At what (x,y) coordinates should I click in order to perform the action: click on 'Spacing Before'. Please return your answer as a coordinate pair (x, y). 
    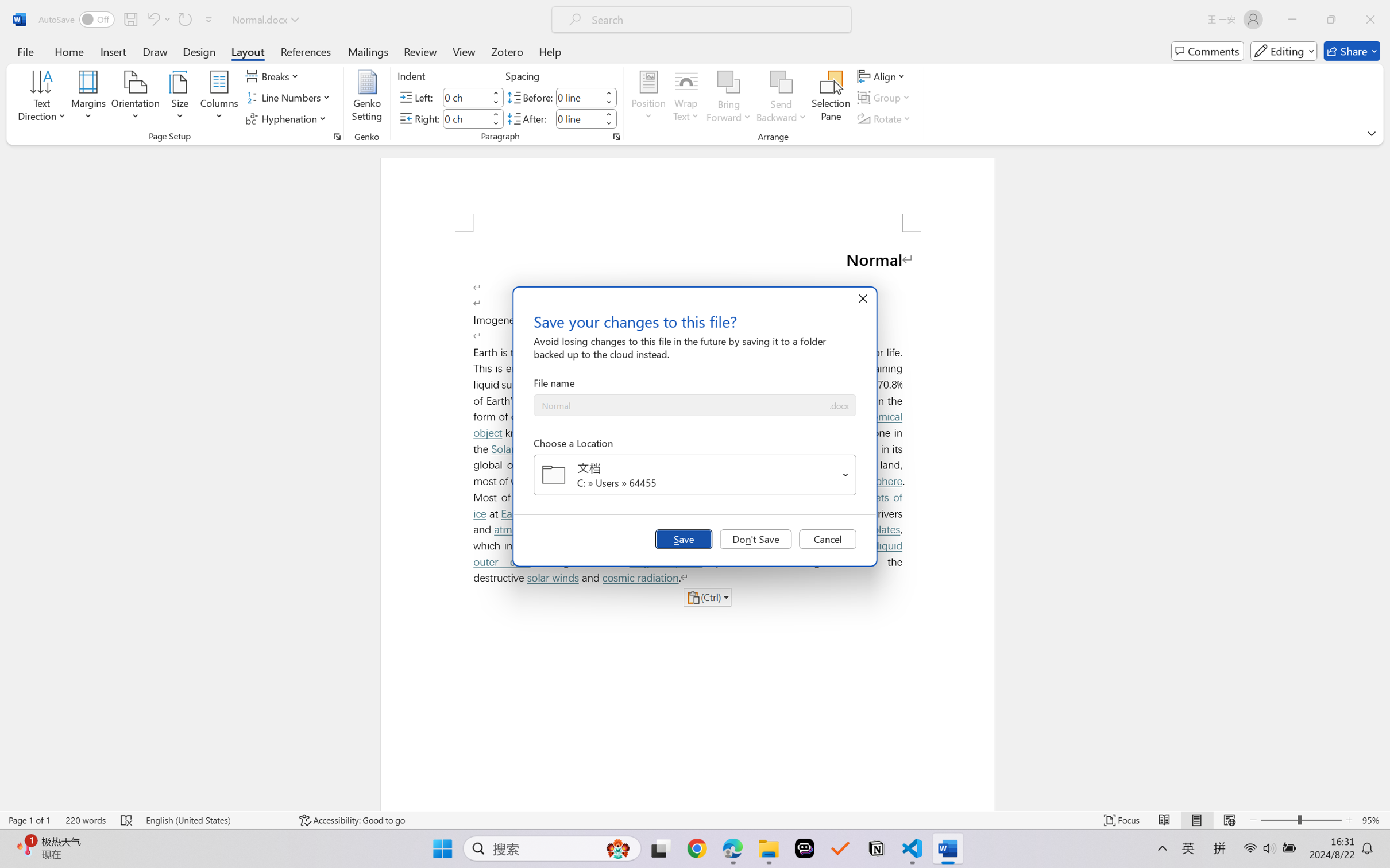
    Looking at the image, I should click on (578, 96).